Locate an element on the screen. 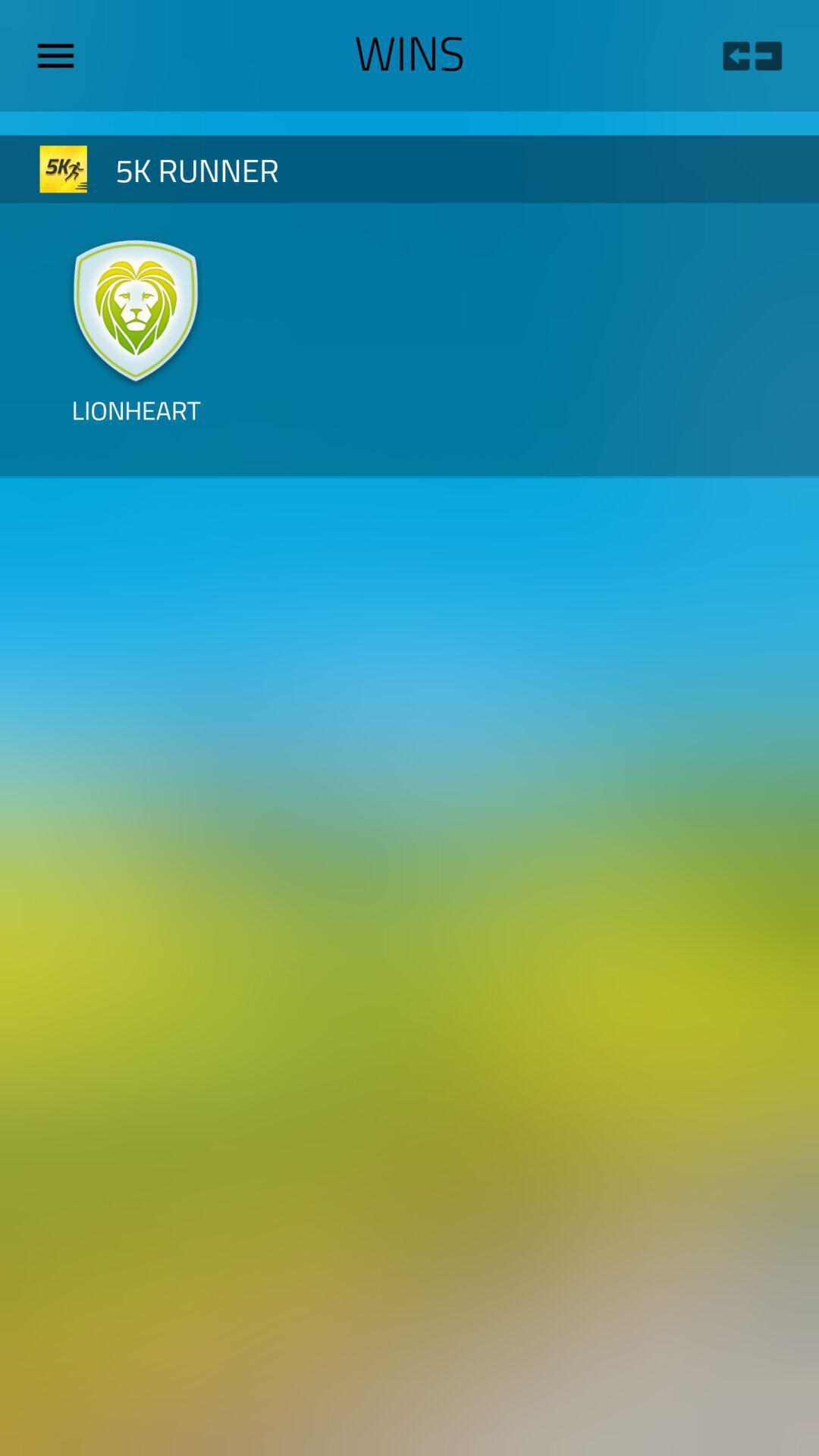 The width and height of the screenshot is (819, 1456). item above lionheart is located at coordinates (135, 309).